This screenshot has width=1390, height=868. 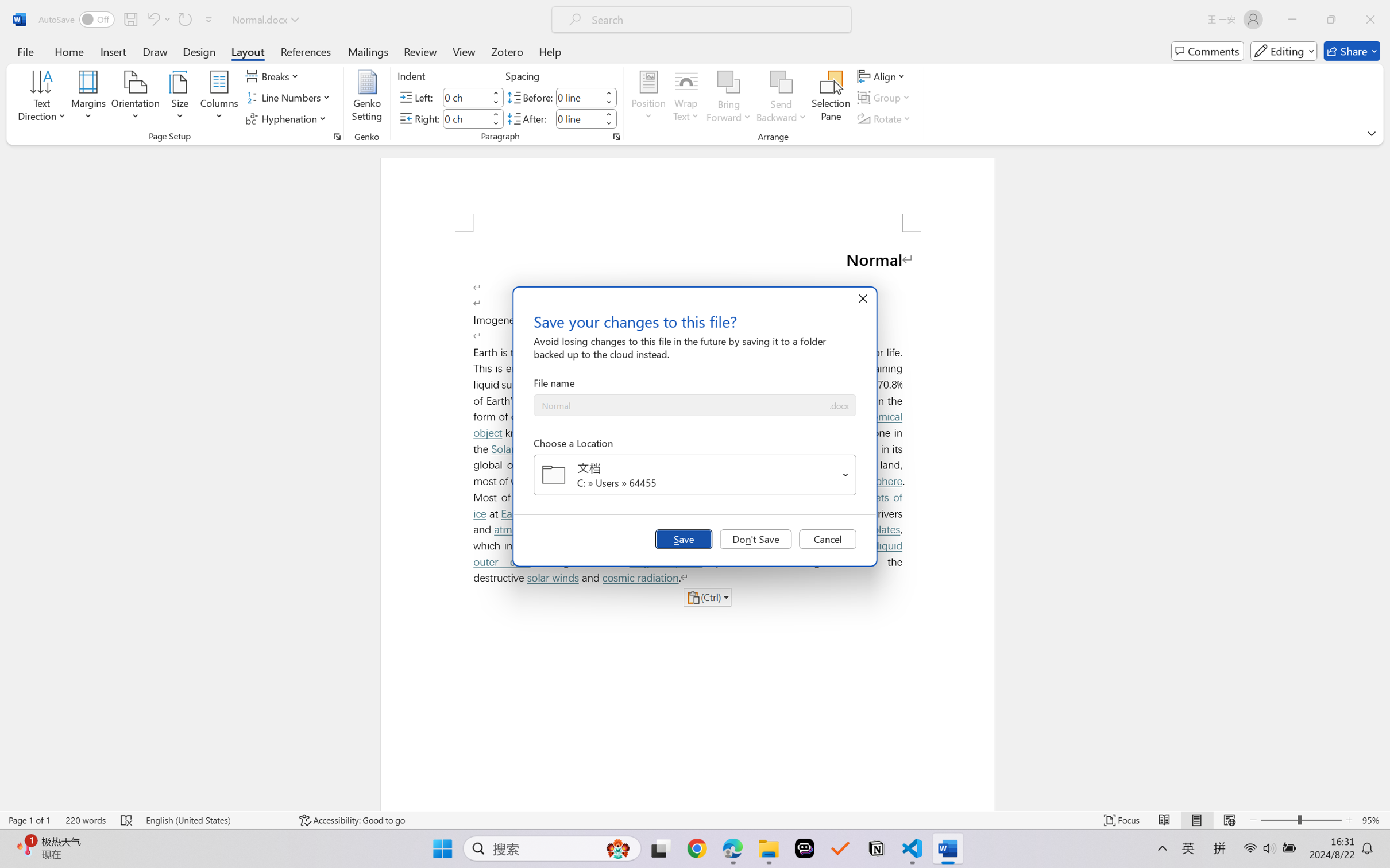 I want to click on 'Indent Left', so click(x=465, y=96).